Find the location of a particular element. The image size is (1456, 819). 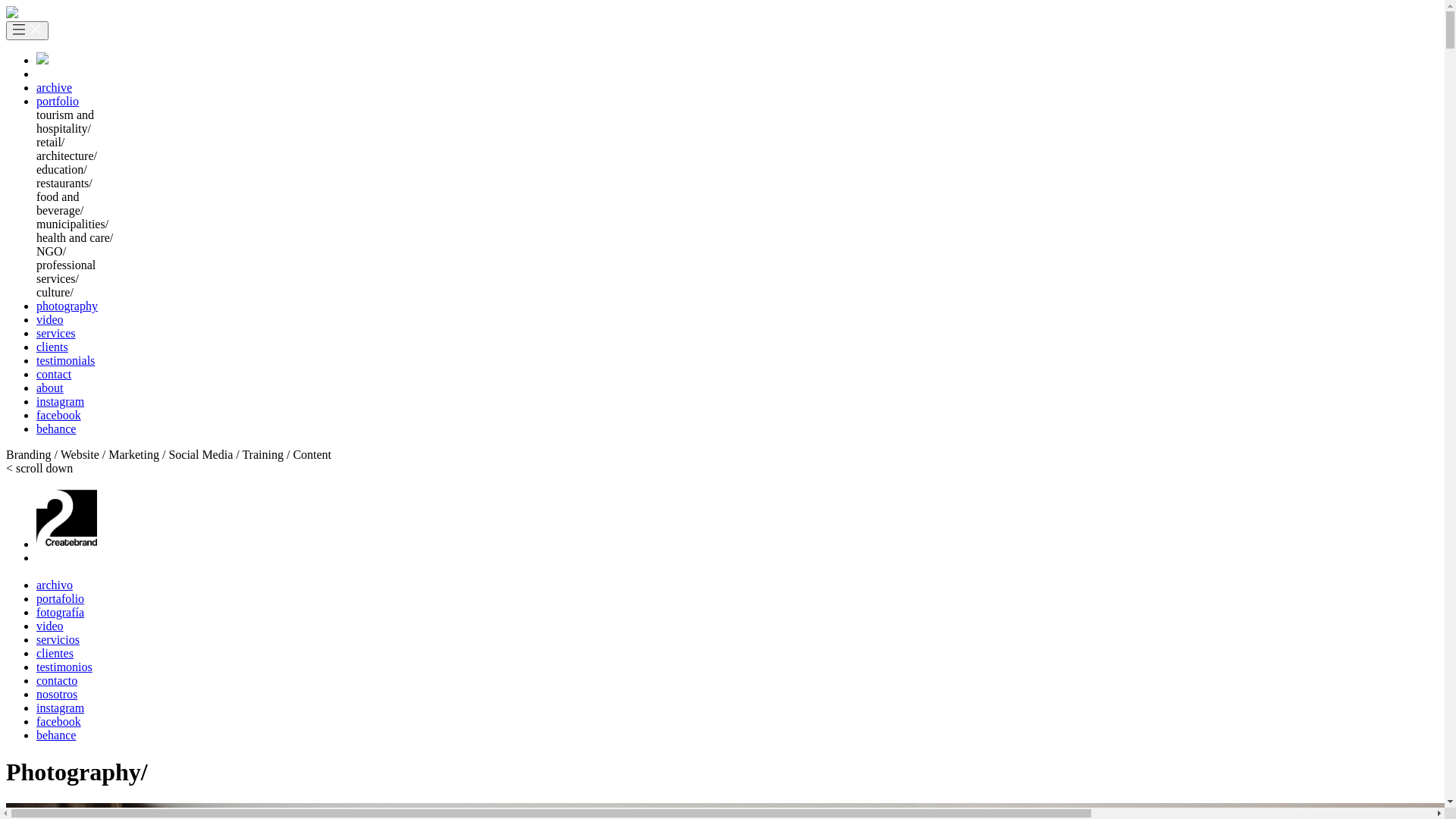

'video' is located at coordinates (50, 318).